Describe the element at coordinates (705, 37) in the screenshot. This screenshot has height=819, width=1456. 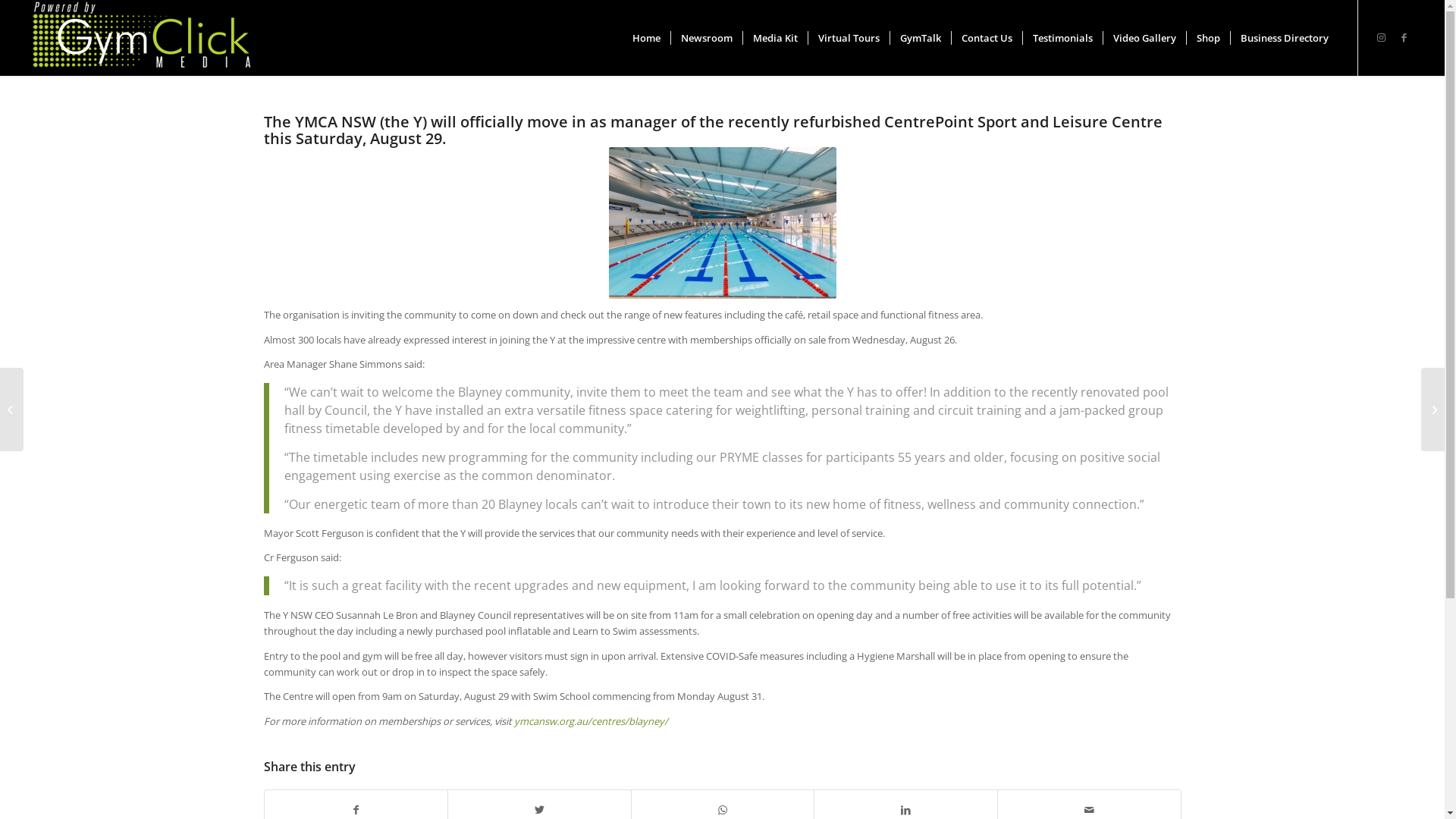
I see `'Newsroom'` at that location.